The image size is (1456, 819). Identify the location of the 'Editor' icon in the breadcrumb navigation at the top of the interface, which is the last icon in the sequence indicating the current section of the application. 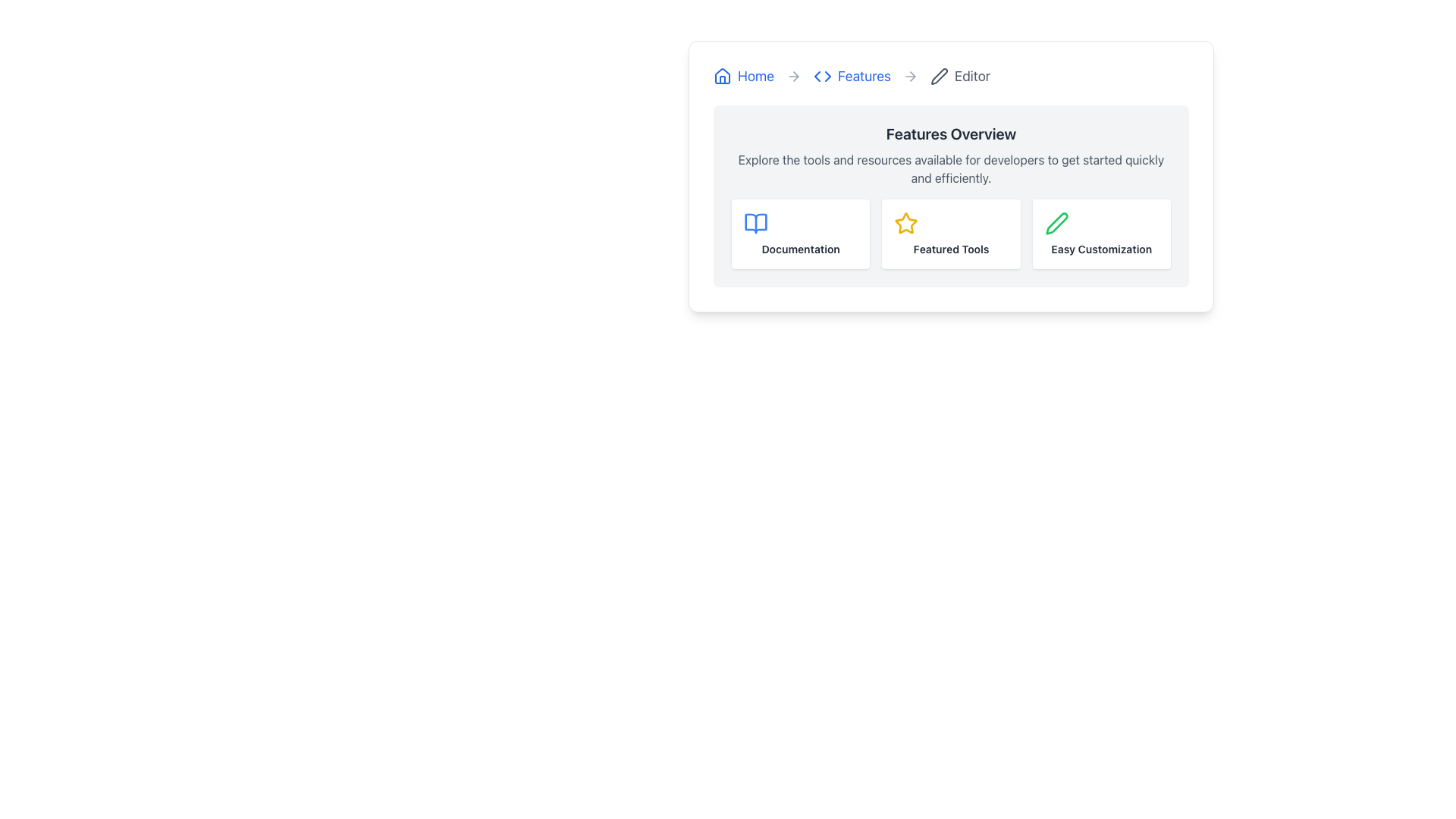
(938, 76).